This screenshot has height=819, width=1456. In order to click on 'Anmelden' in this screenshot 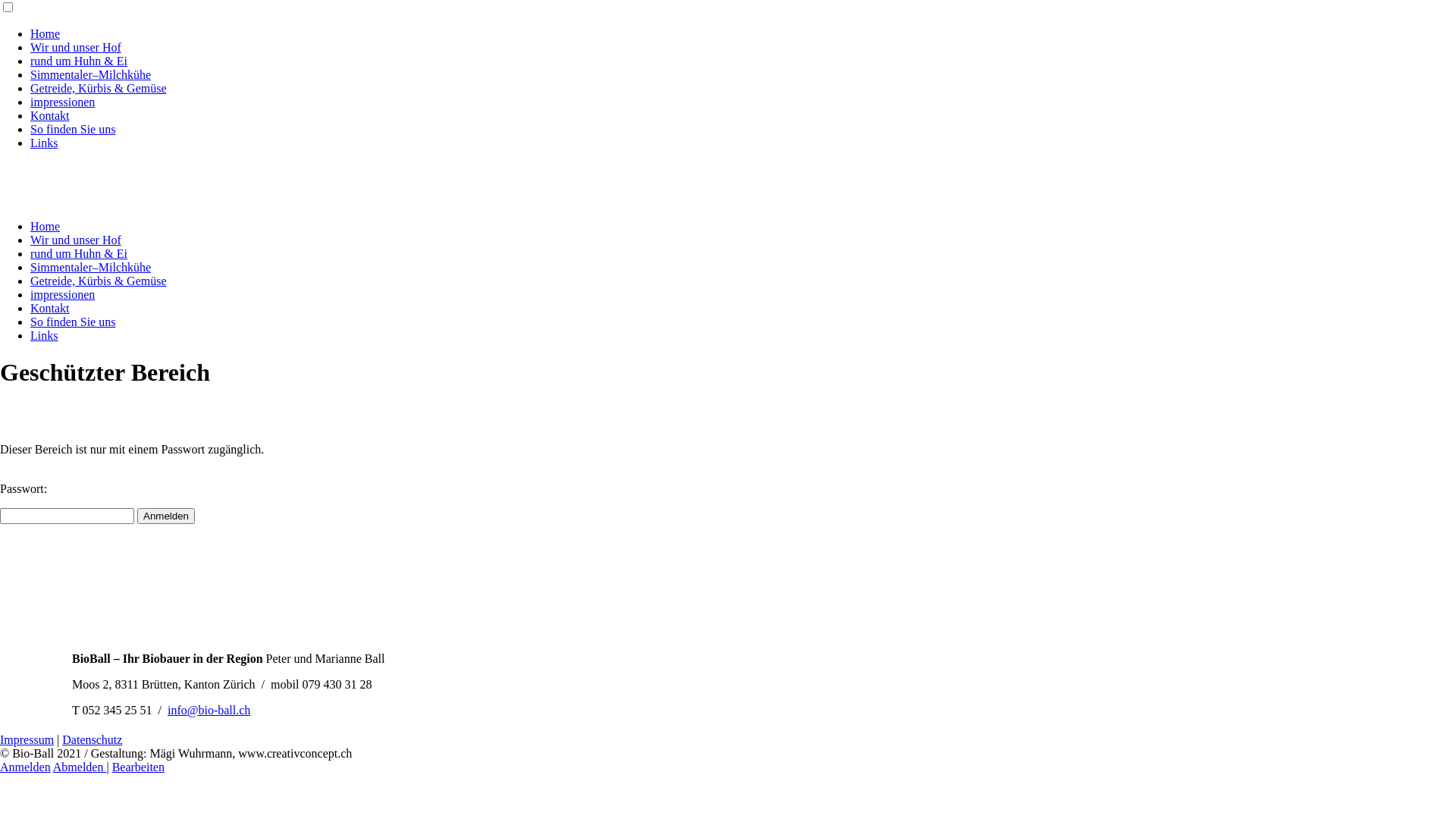, I will do `click(25, 767)`.